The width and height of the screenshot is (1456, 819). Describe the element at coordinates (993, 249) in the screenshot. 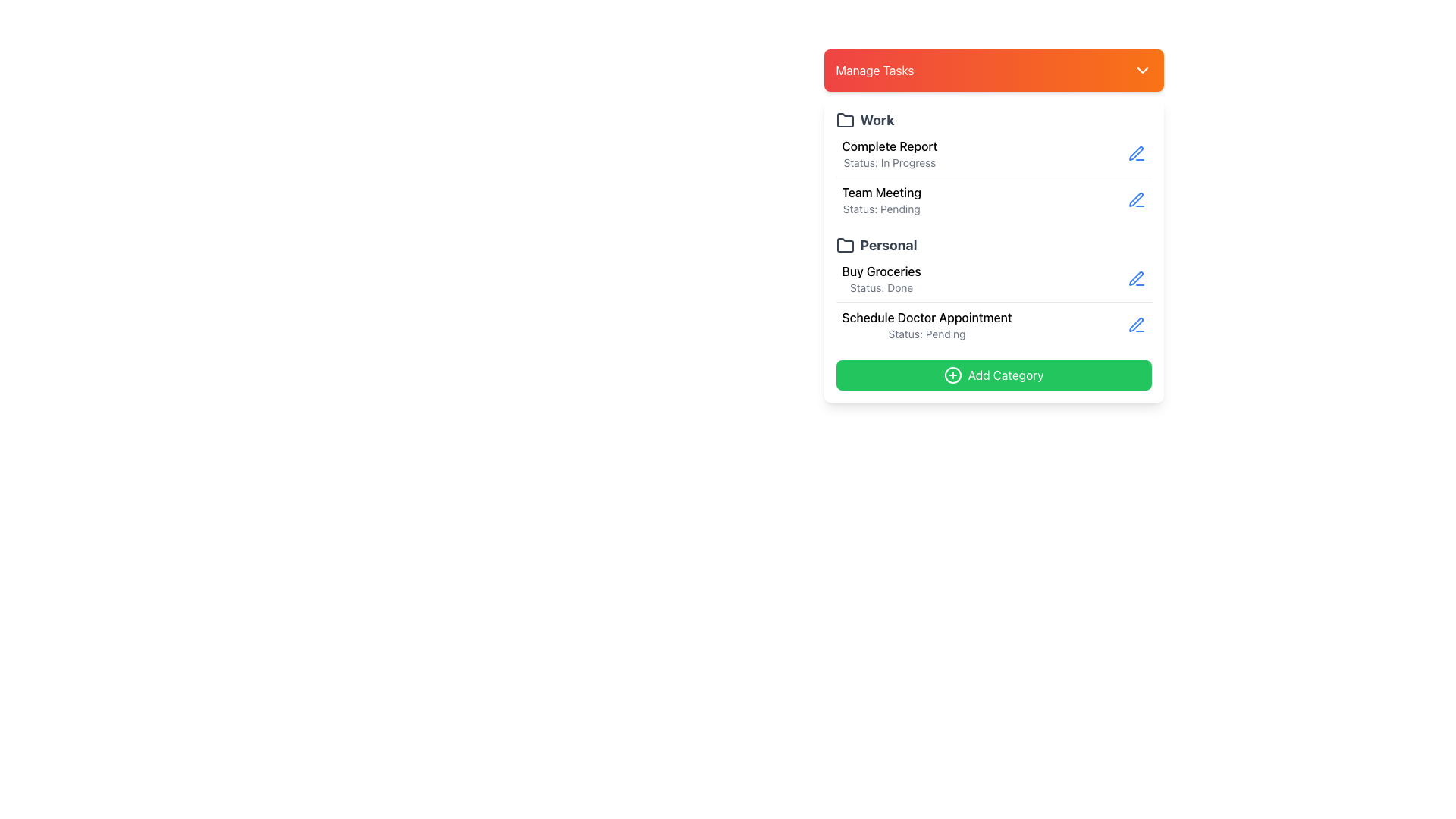

I see `task titles and statuses from the 'Personal' categorized task list section, which has a white background and rounded corners, positioned below the 'Work' section` at that location.